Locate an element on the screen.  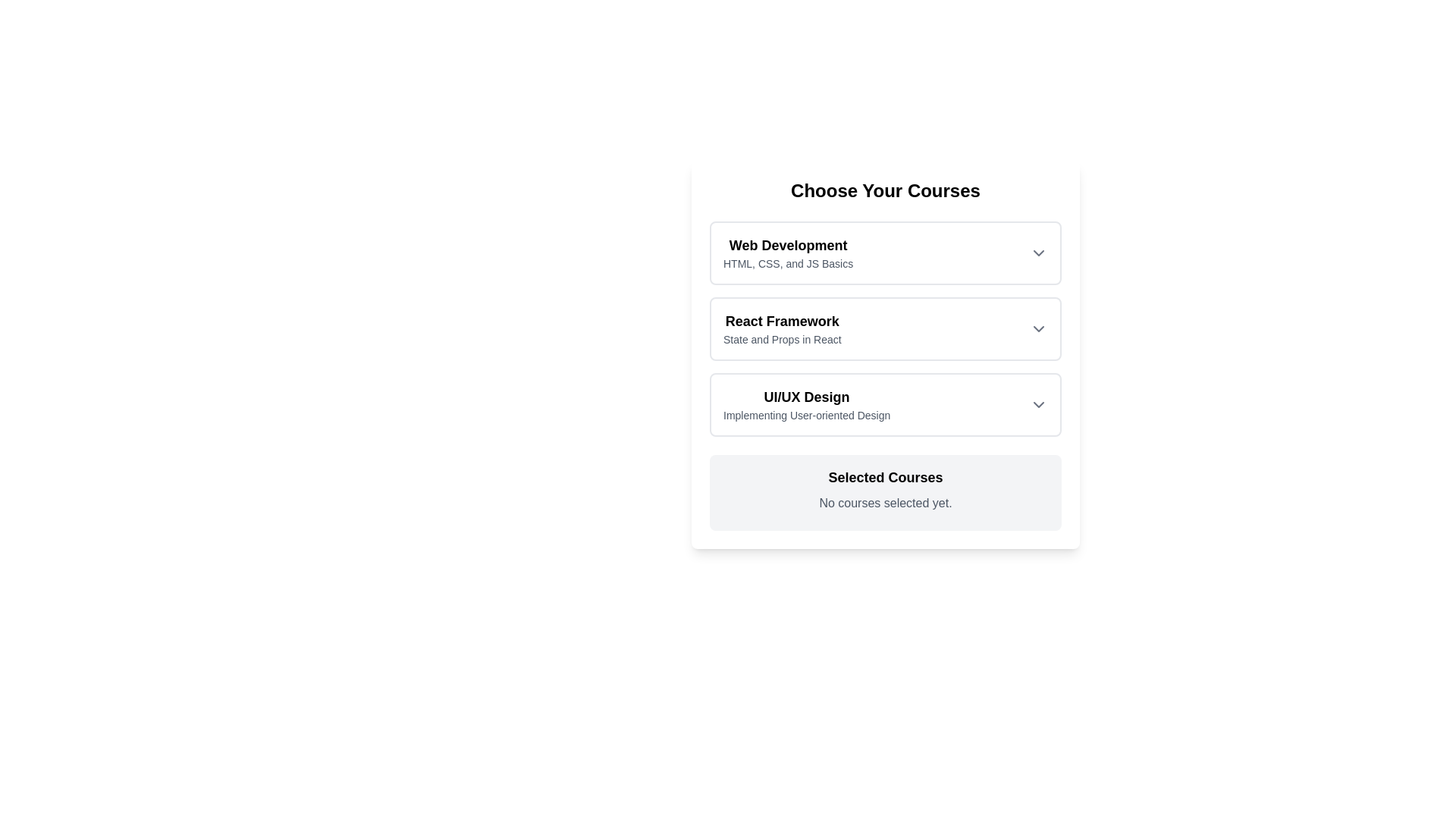
bold text display 'UI/UX Design' that is prominently positioned above the subtitle within the course options list is located at coordinates (806, 397).